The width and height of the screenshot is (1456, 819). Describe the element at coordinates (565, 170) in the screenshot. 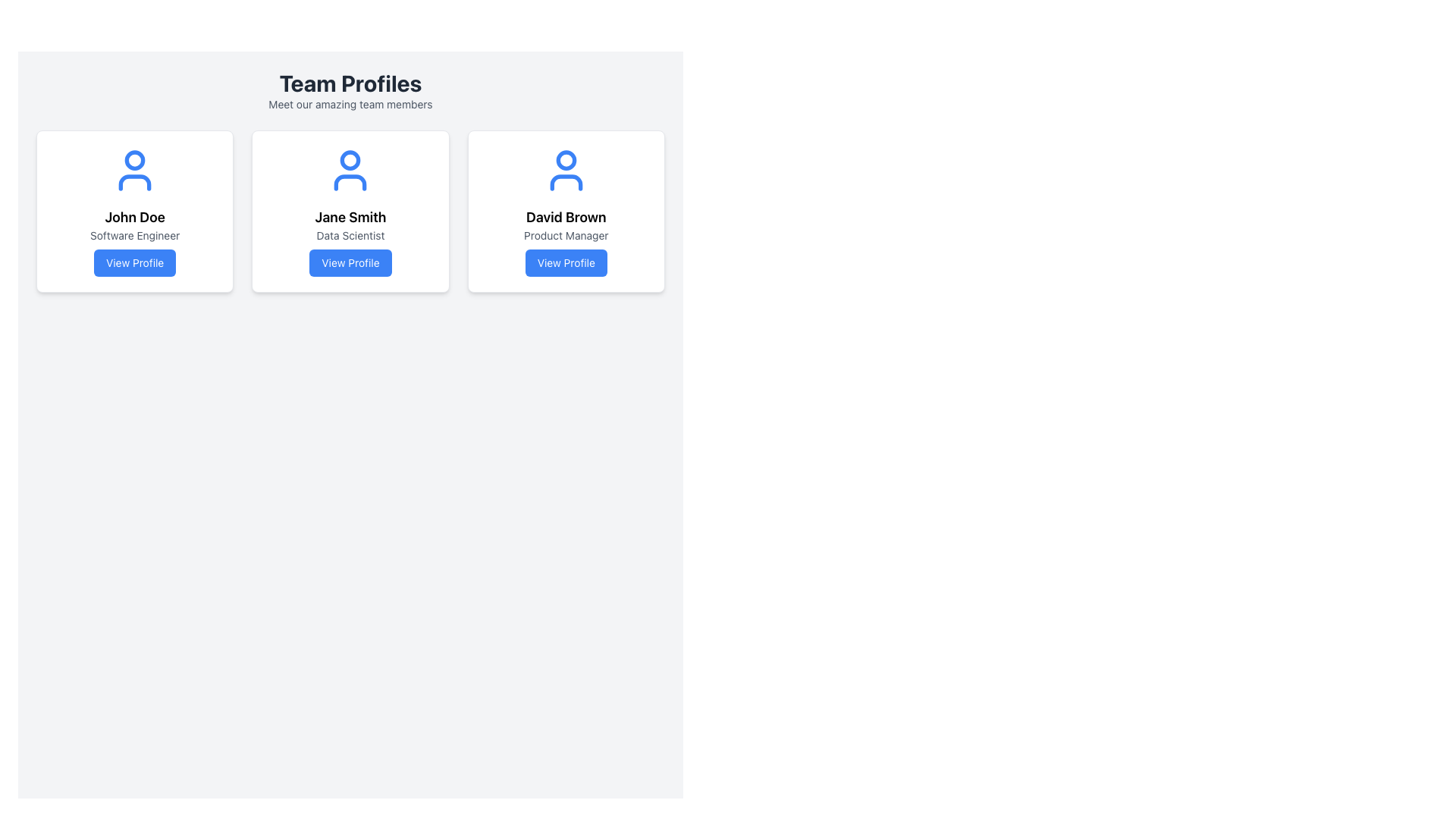

I see `the user SVG icon representing David Brown, which is located at the top center of the card, above the name and job title text` at that location.